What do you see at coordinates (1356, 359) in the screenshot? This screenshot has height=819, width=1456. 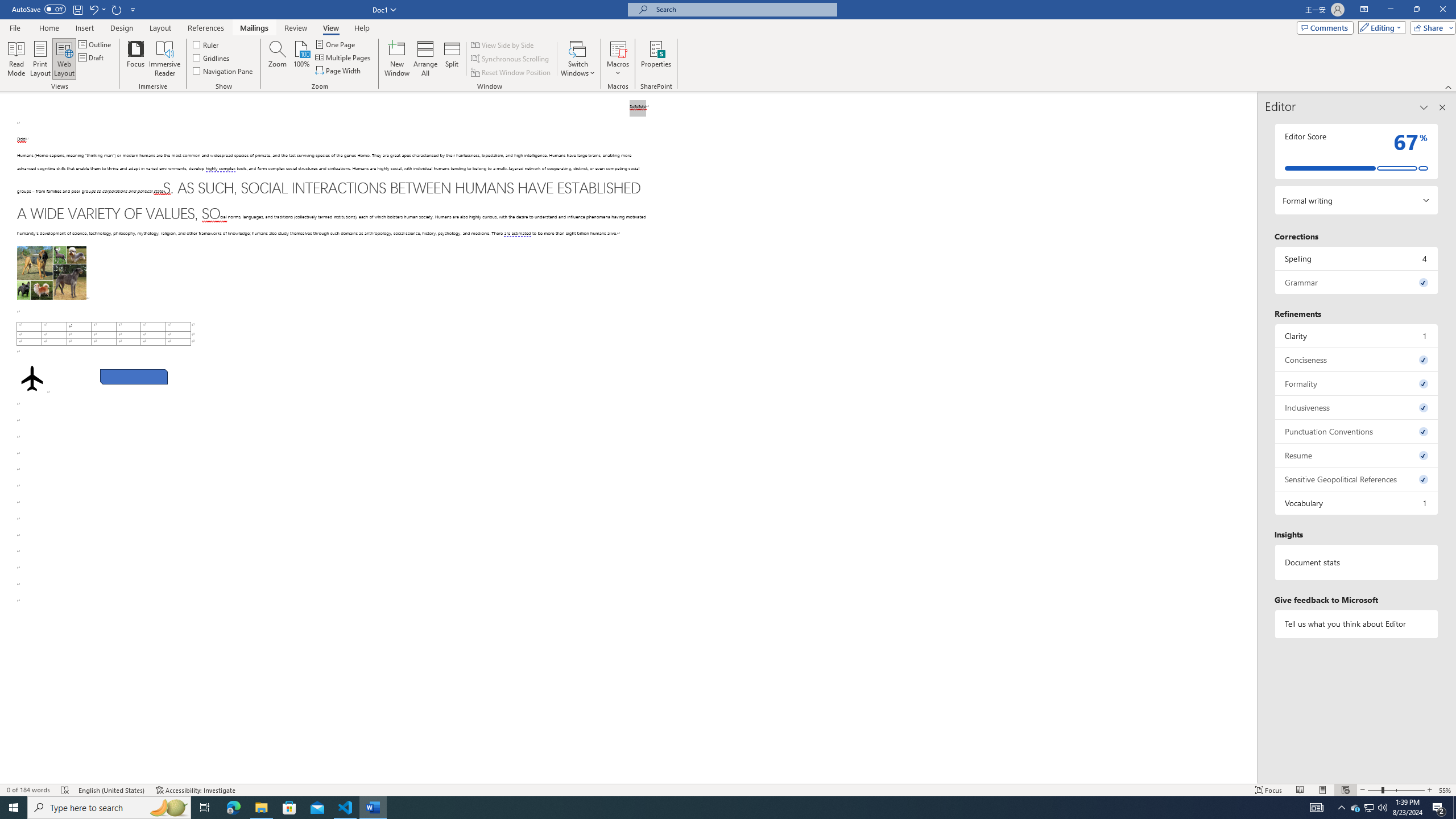 I see `'Conciseness, 0 issues. Press space or enter to review items.'` at bounding box center [1356, 359].